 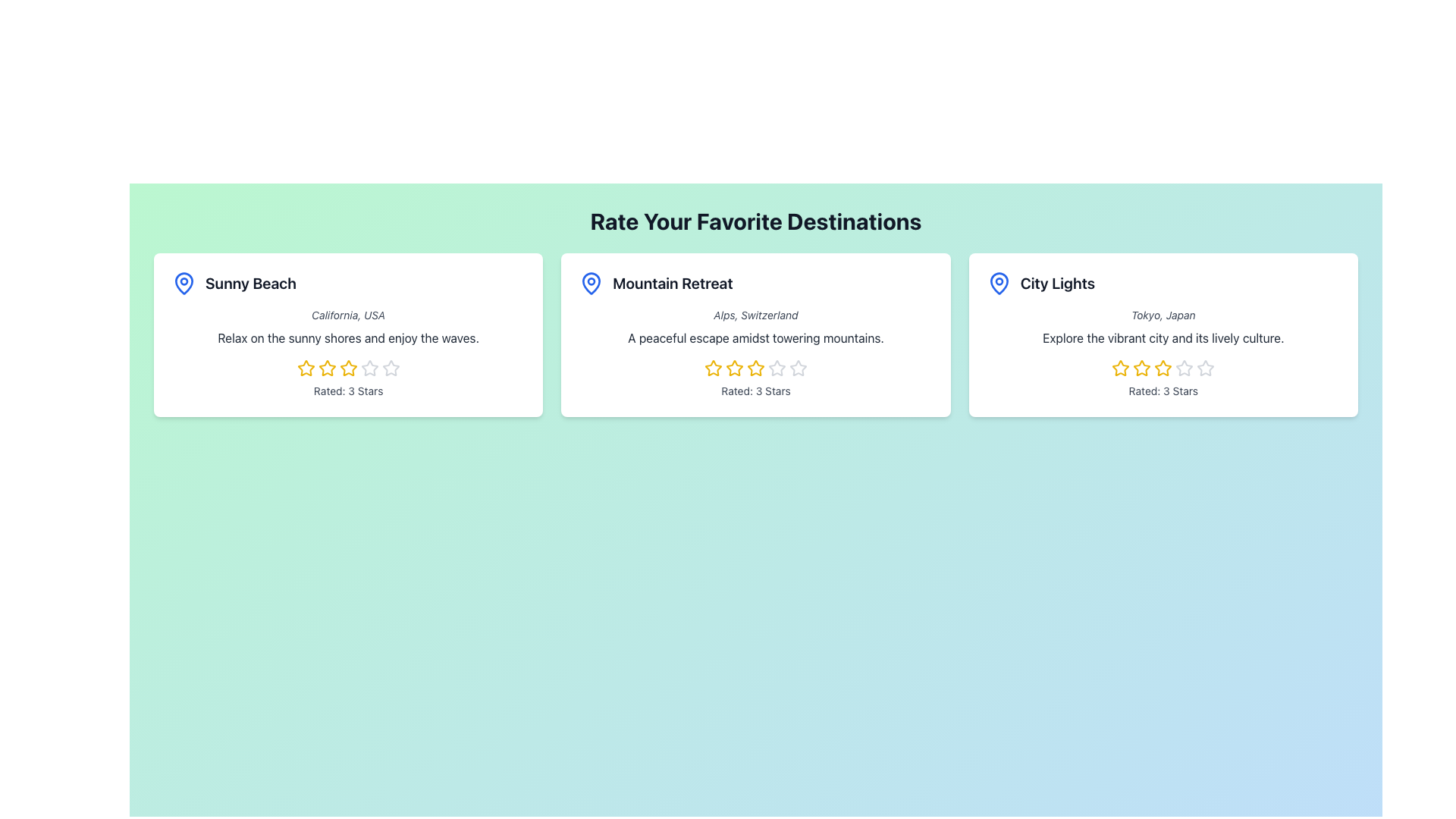 What do you see at coordinates (1163, 369) in the screenshot?
I see `the highlighted third star in the row of rating stars, which is part of the 'City Lights' card, located below the text 'Explore the vibrant city and its lively culture.'` at bounding box center [1163, 369].